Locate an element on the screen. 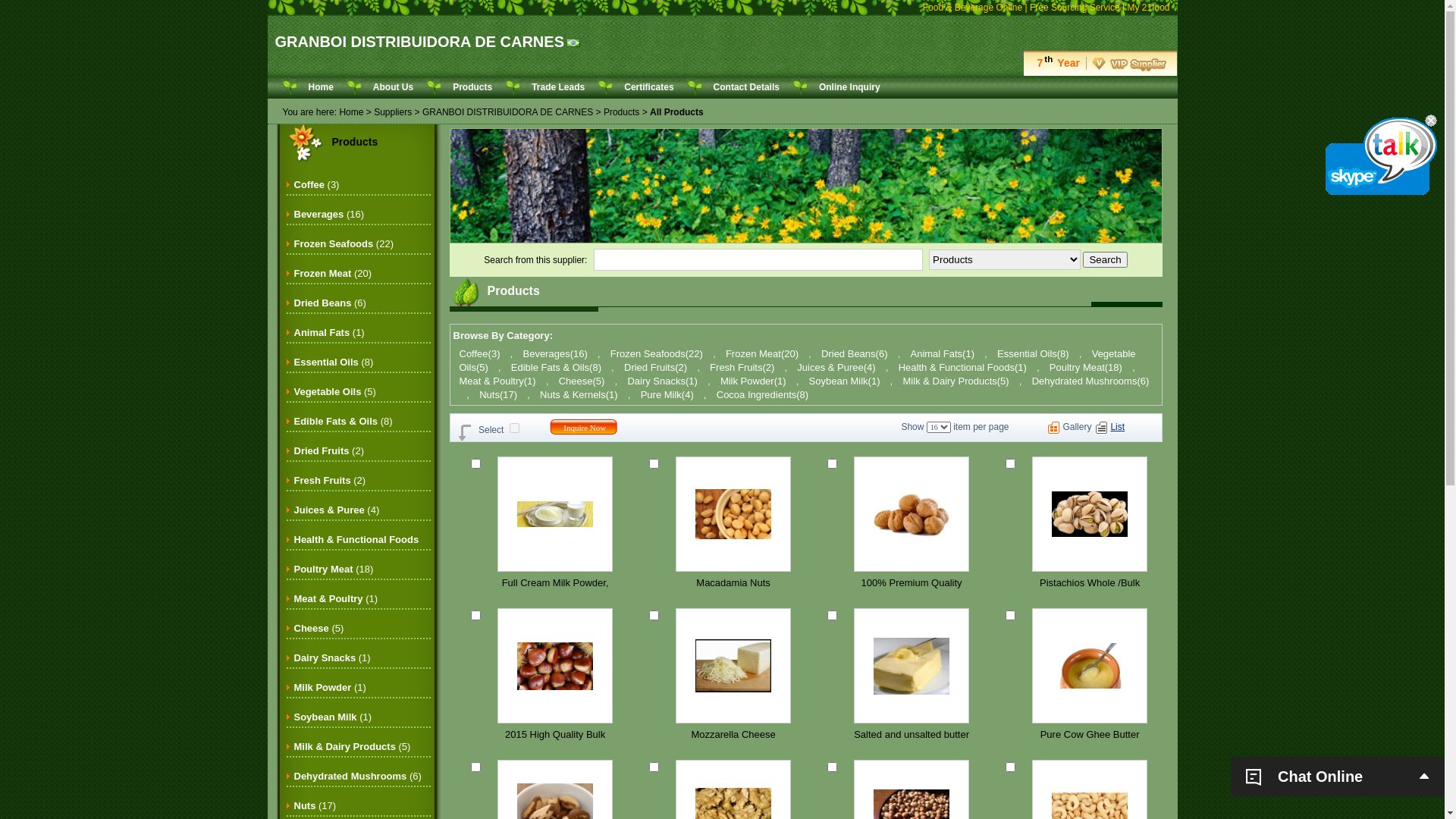 The image size is (1456, 819). 'Soybean Milk (1)' is located at coordinates (332, 717).